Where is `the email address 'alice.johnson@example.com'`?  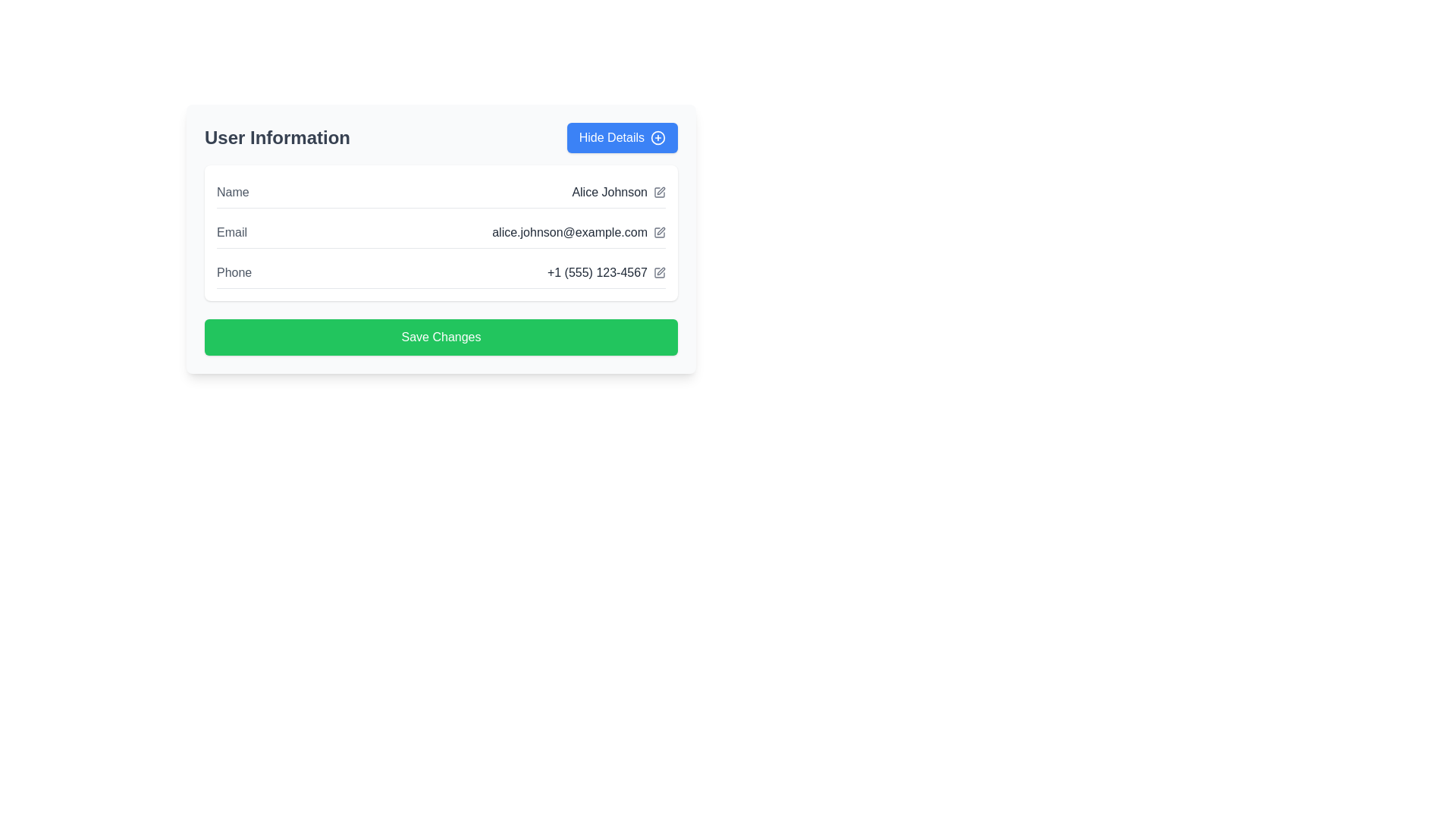
the email address 'alice.johnson@example.com' is located at coordinates (440, 233).